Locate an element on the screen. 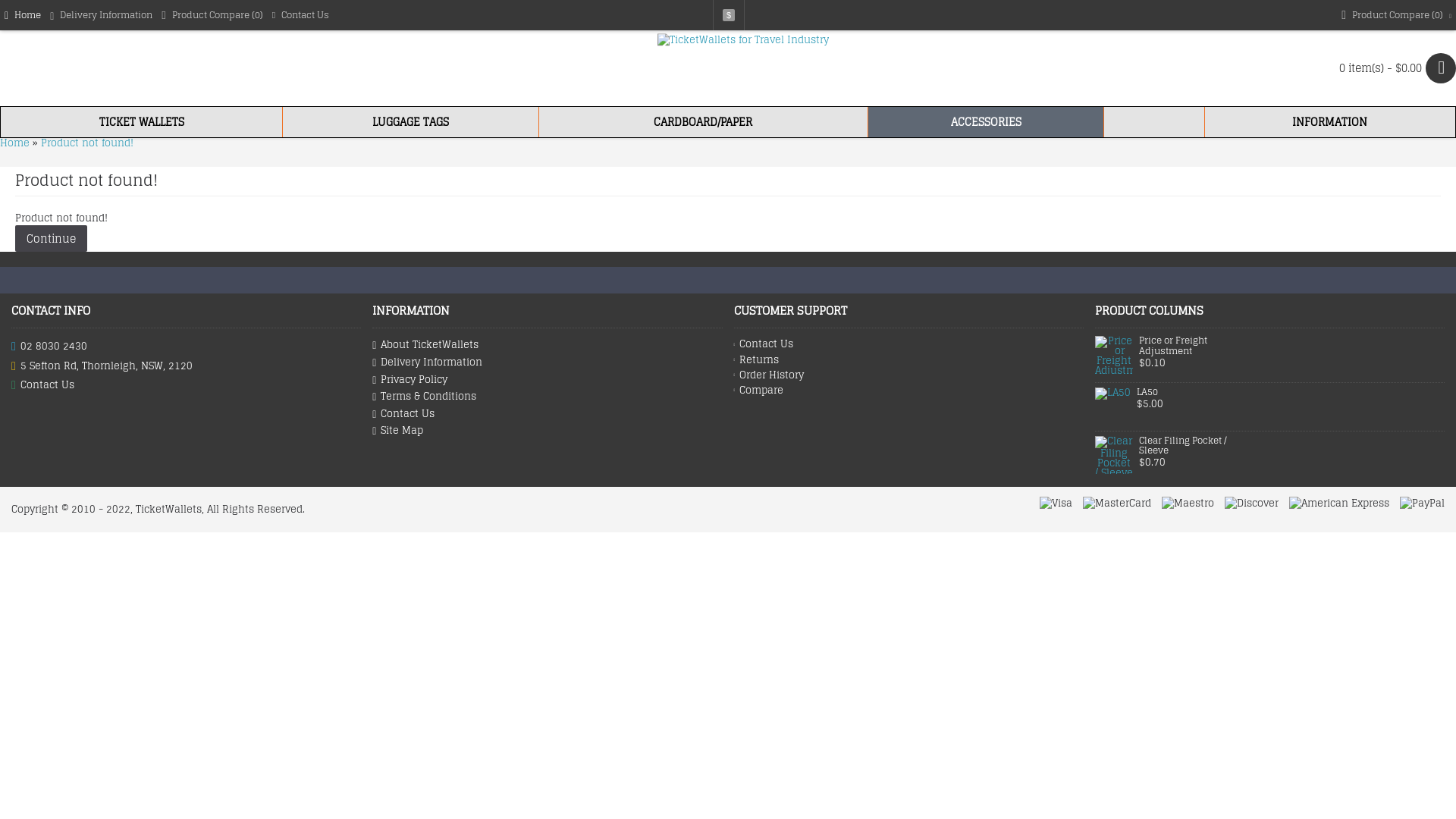 The width and height of the screenshot is (1456, 819). 'INFORMATION' is located at coordinates (1329, 121).